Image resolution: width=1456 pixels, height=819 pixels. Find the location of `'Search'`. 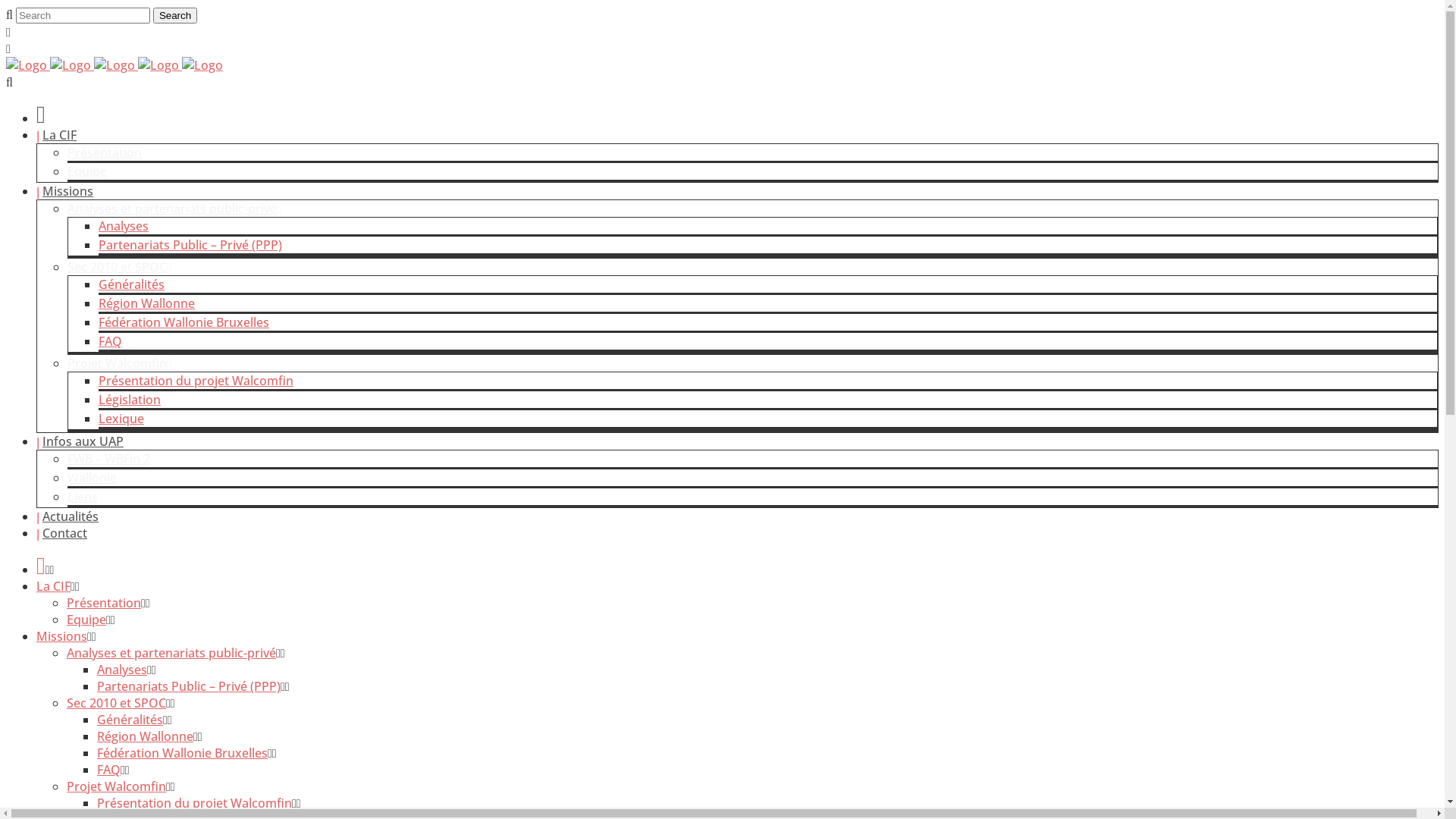

'Search' is located at coordinates (174, 15).